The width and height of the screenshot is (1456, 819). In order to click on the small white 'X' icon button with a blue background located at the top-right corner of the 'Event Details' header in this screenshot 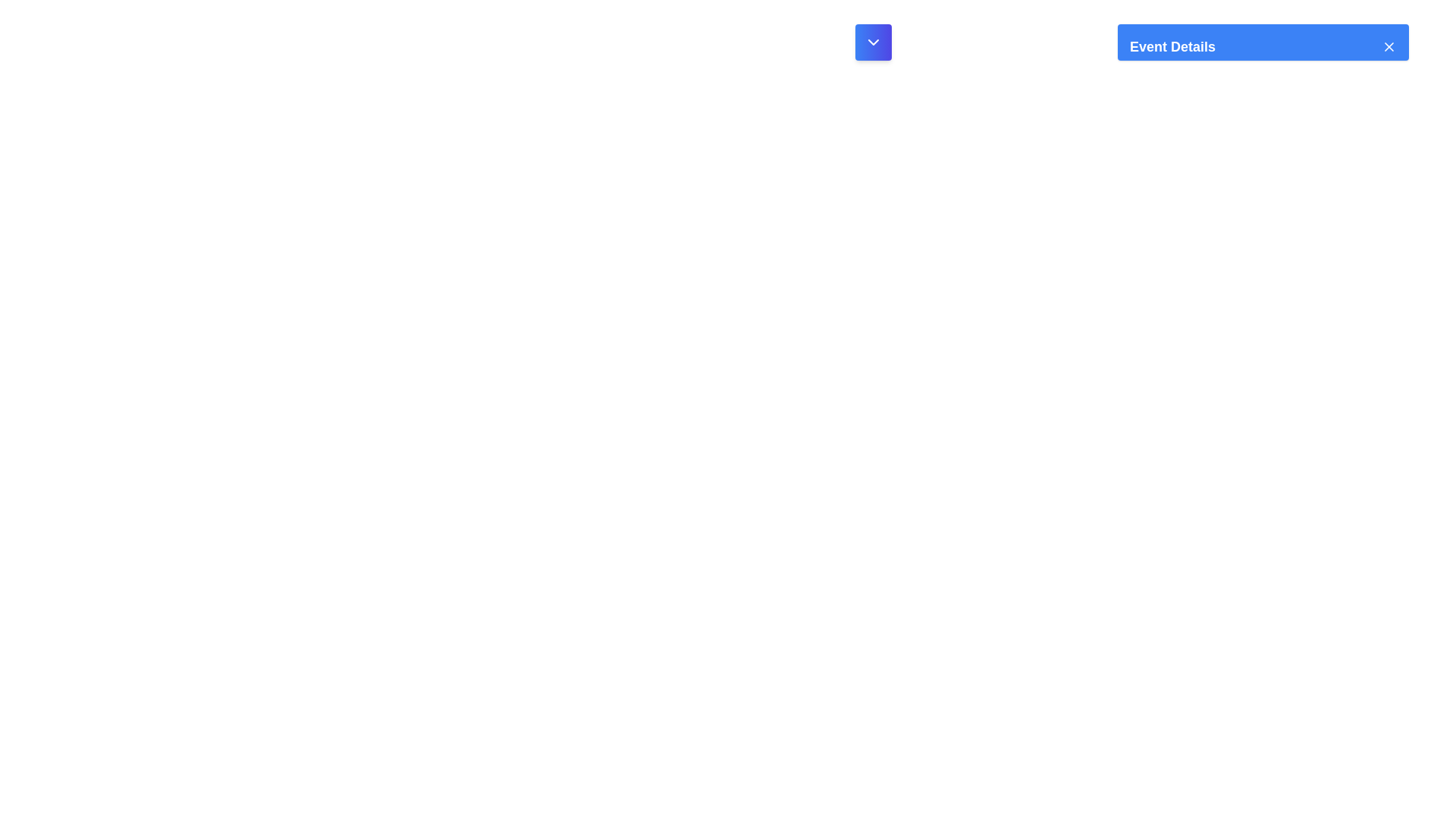, I will do `click(1389, 45)`.